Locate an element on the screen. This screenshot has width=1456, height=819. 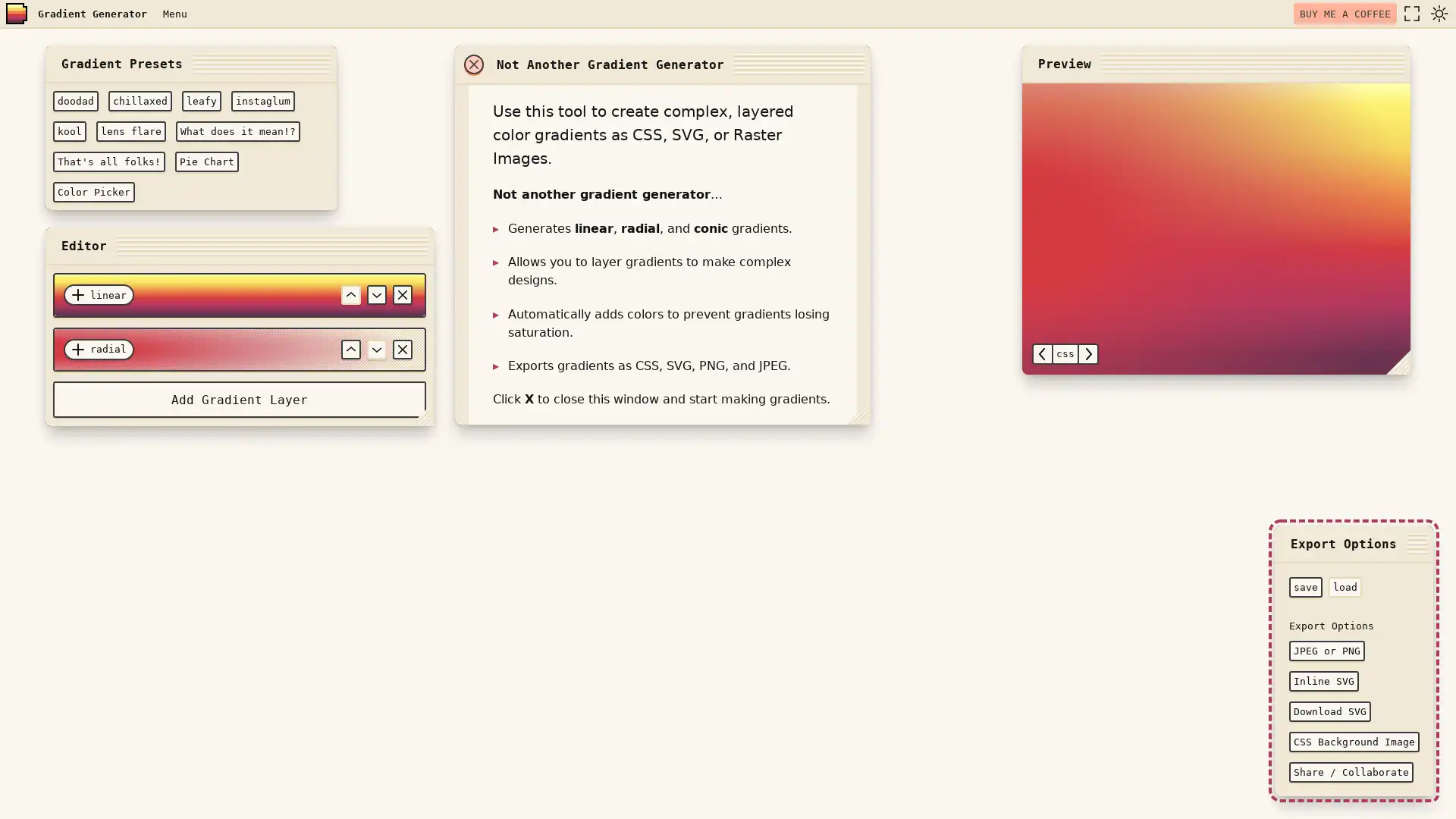
close window is located at coordinates (472, 63).